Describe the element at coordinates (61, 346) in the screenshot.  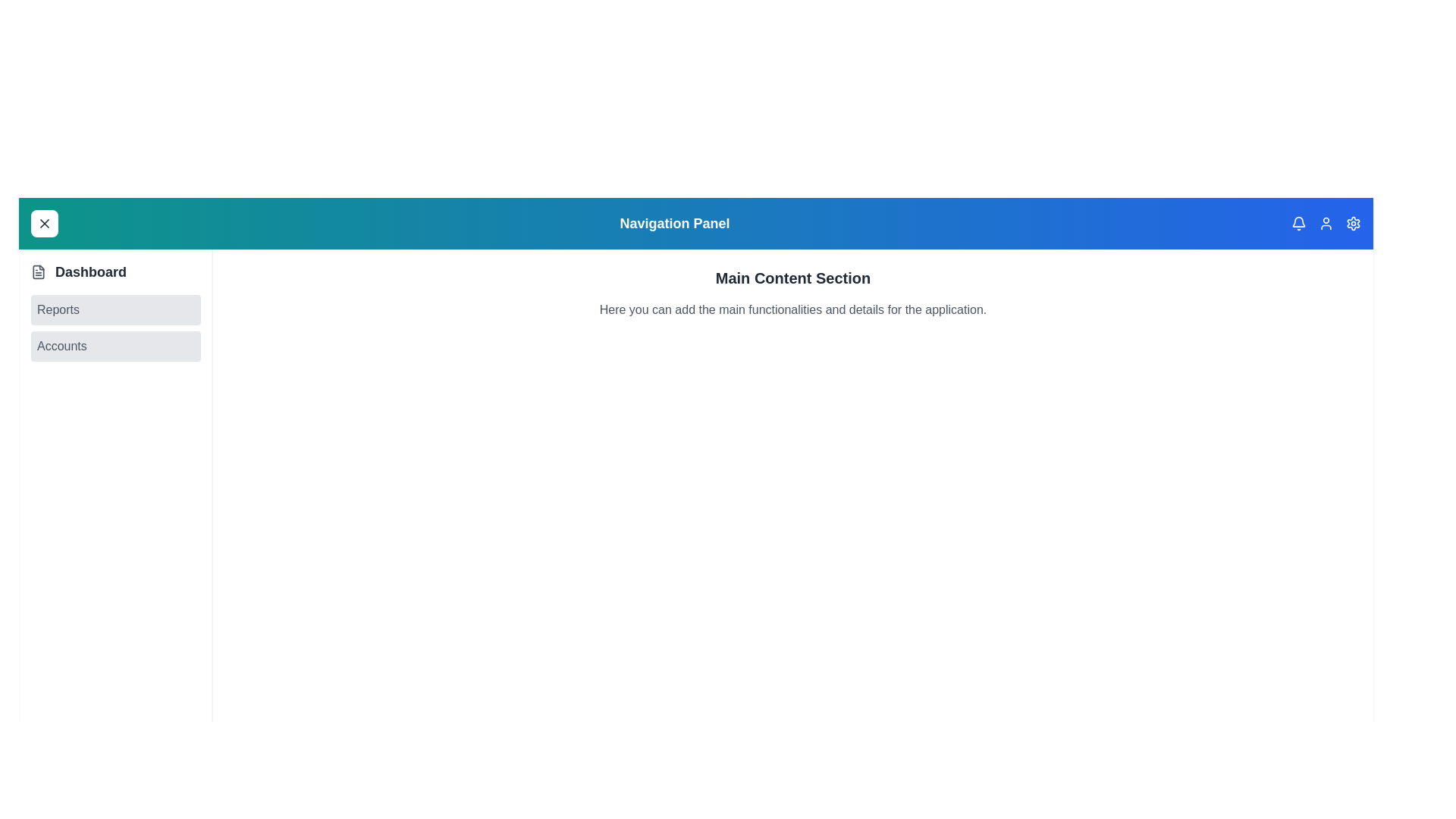
I see `the 'Accounts' text label within the sidebar menu` at that location.